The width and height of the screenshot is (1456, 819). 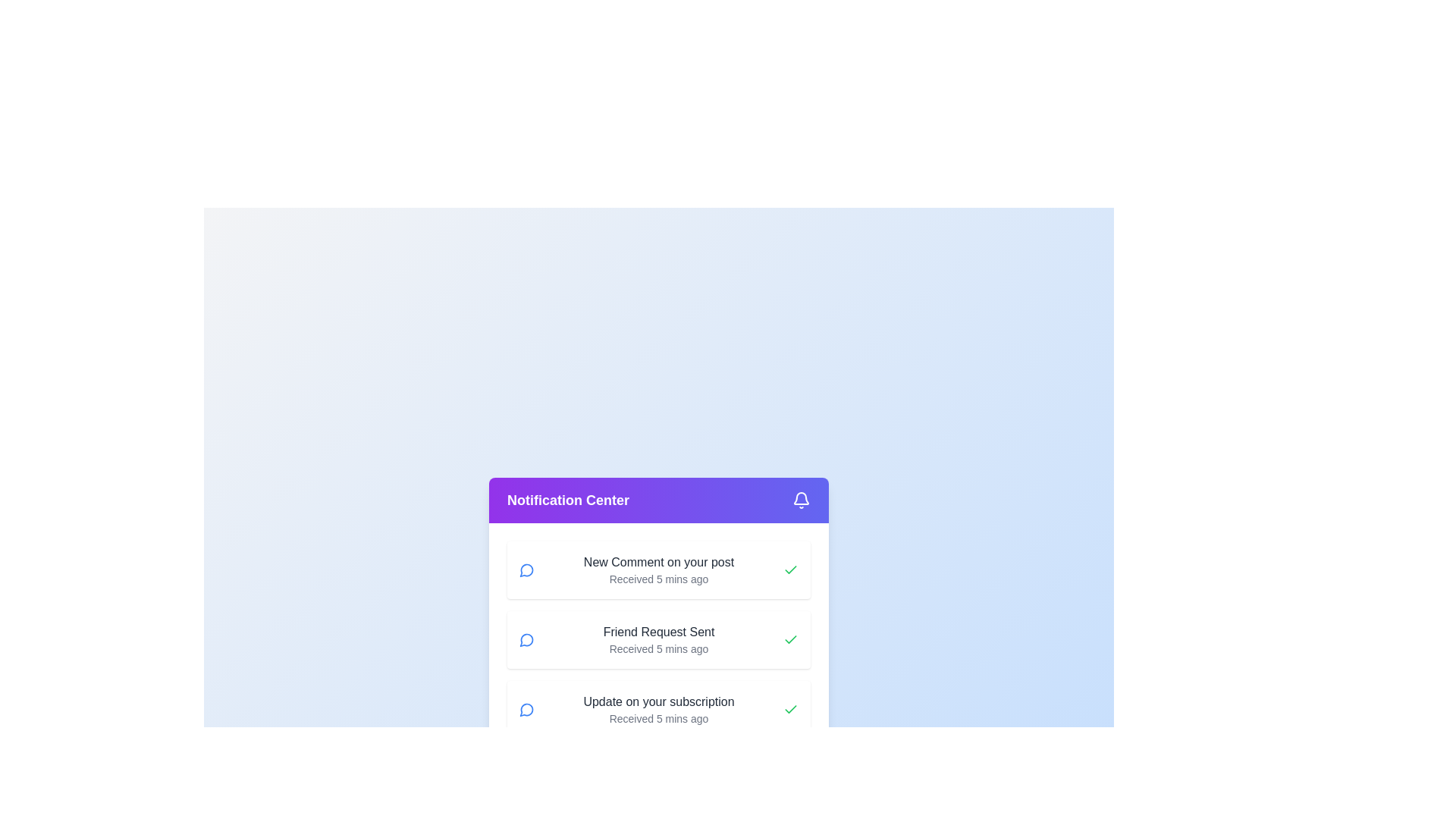 What do you see at coordinates (789, 570) in the screenshot?
I see `the notification card containing the icon that signifies an acknowledged notification for 'New Comment on your post', located at the far-right edge of the card` at bounding box center [789, 570].